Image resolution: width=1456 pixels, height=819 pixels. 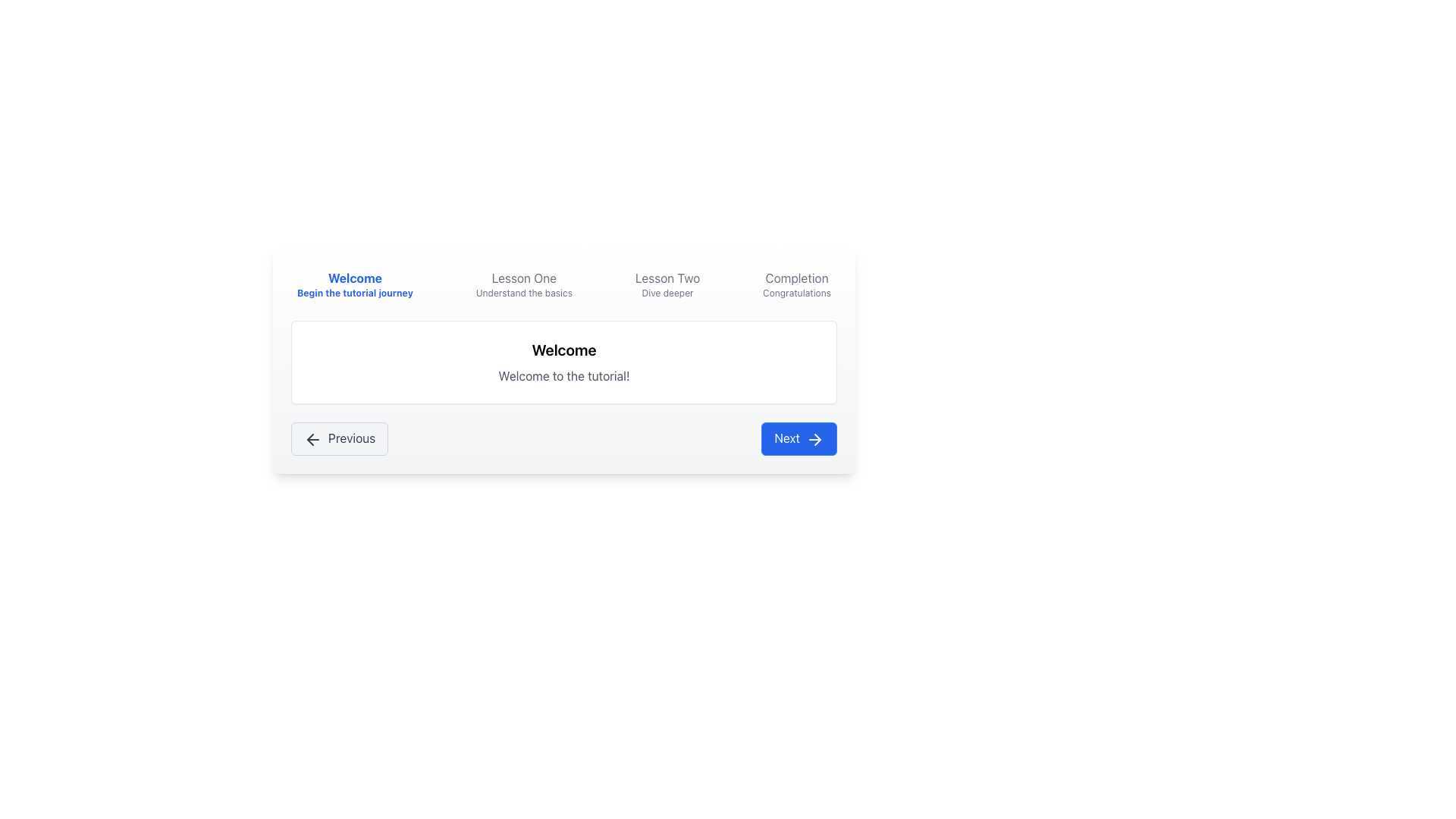 What do you see at coordinates (524, 278) in the screenshot?
I see `the text label that identifies the first lesson in the tutorial, which is positioned above the 'Understand the basics' text in the horizontal menu listing lessons` at bounding box center [524, 278].